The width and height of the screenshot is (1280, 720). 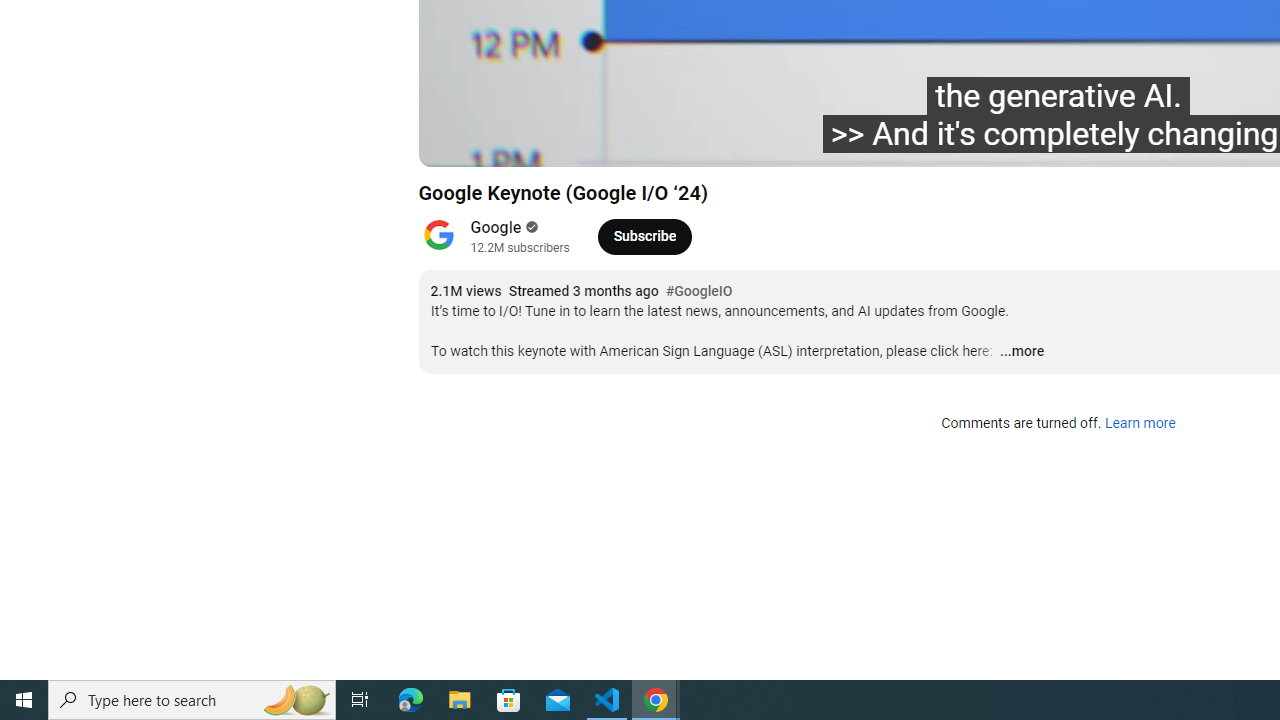 I want to click on 'Google', so click(x=496, y=226).